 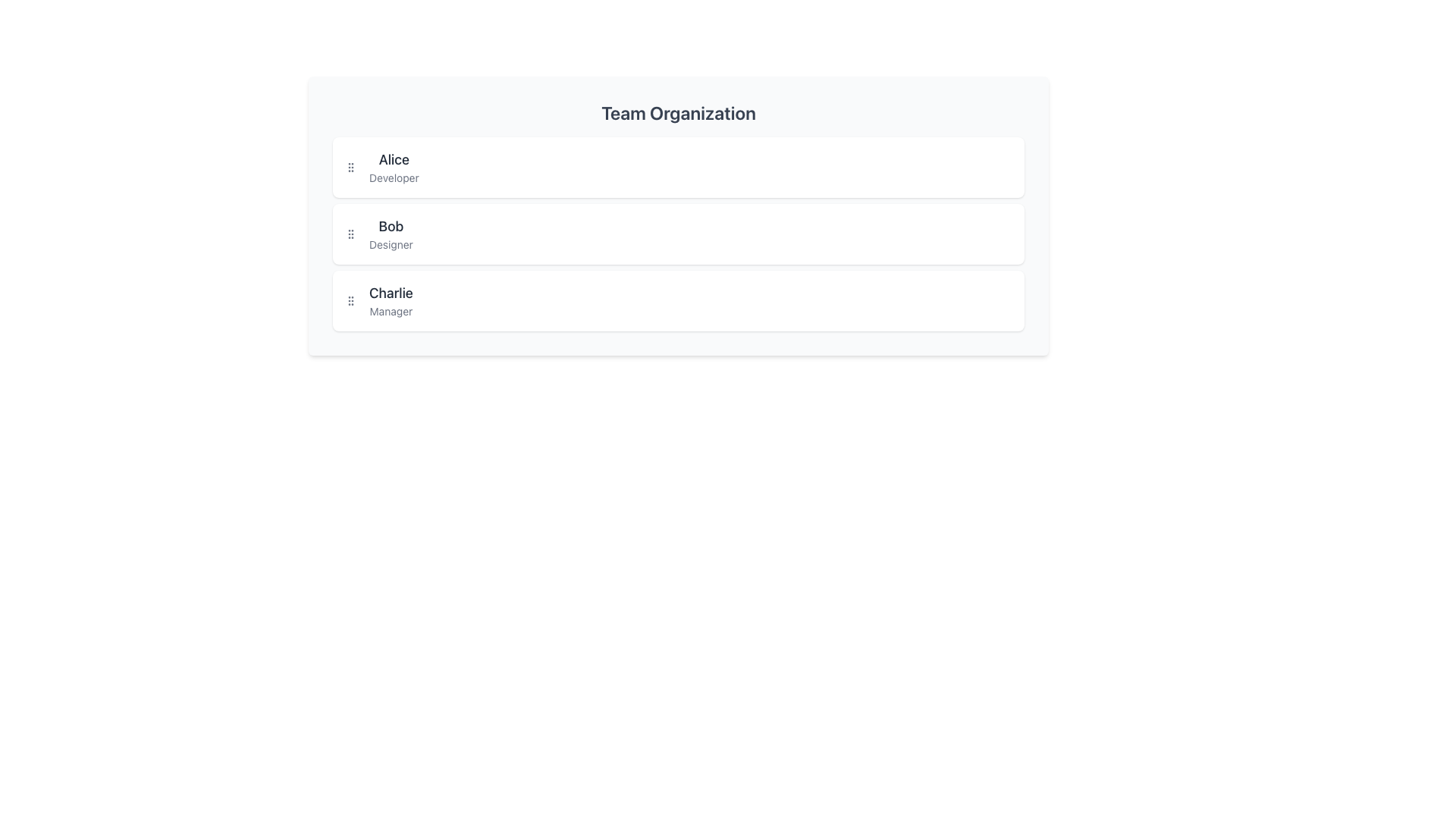 What do you see at coordinates (350, 301) in the screenshot?
I see `the drag handle located to the left of the username text for 'Charlie, Manager'` at bounding box center [350, 301].